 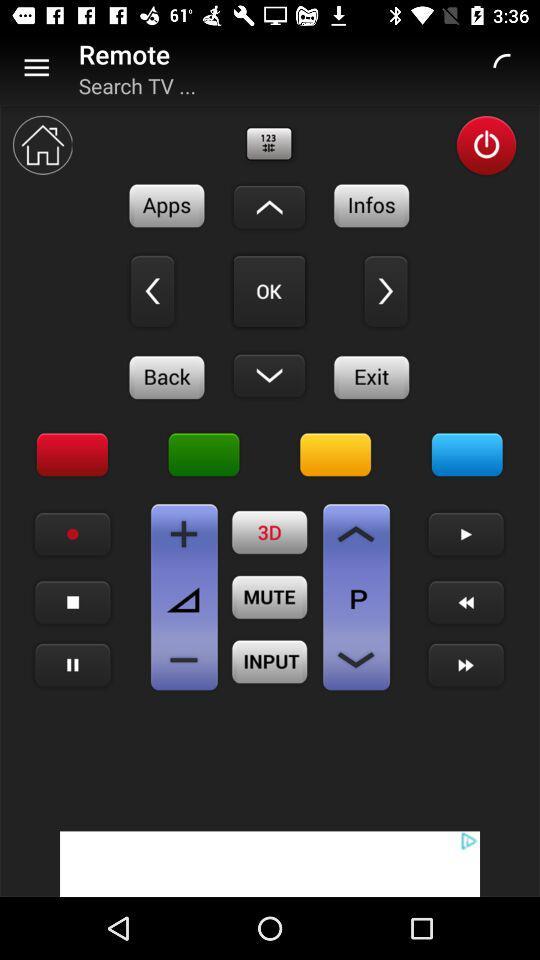 What do you see at coordinates (485, 144) in the screenshot?
I see `switch off the button` at bounding box center [485, 144].